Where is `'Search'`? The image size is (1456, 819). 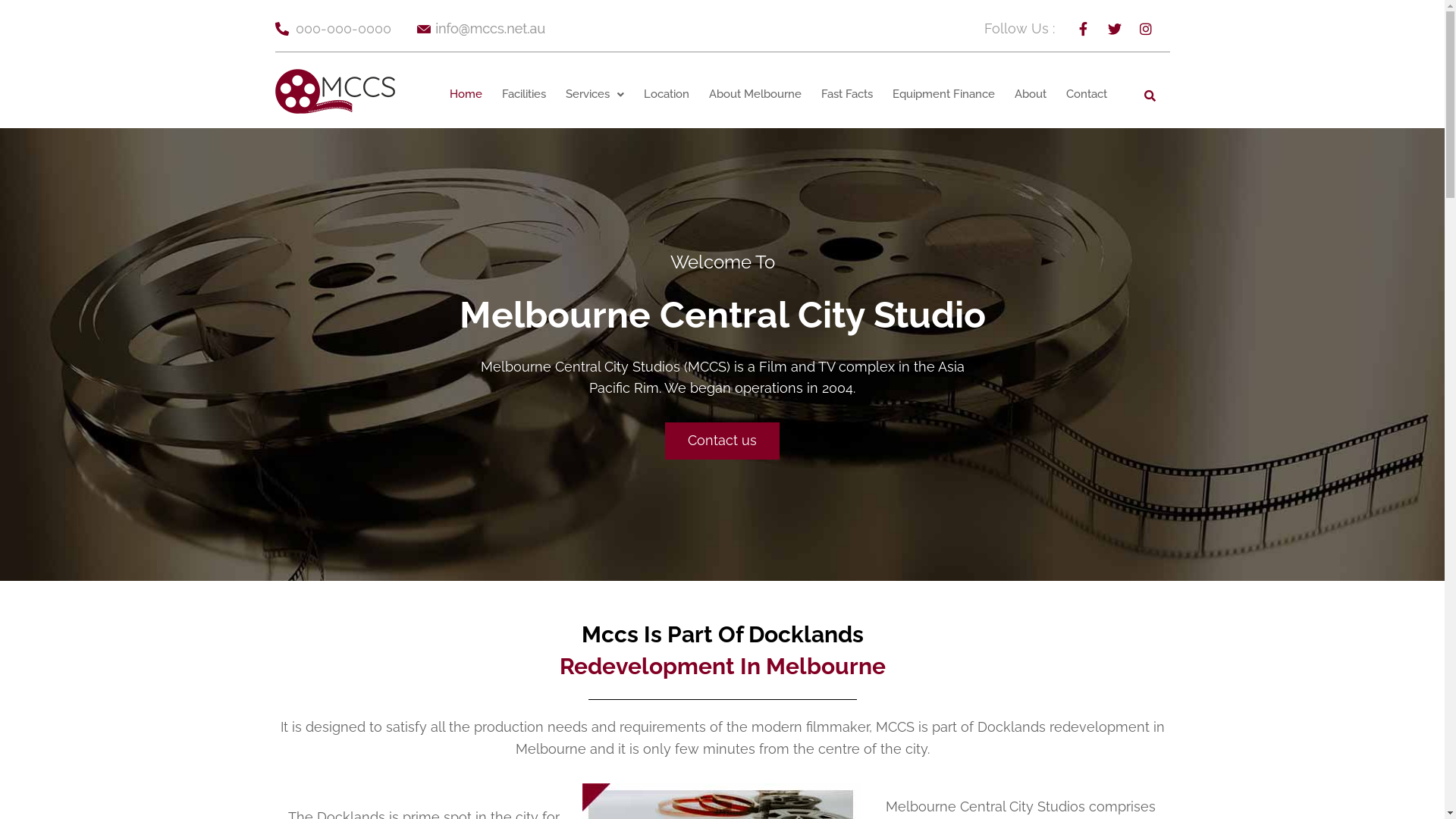
'Search' is located at coordinates (1147, 94).